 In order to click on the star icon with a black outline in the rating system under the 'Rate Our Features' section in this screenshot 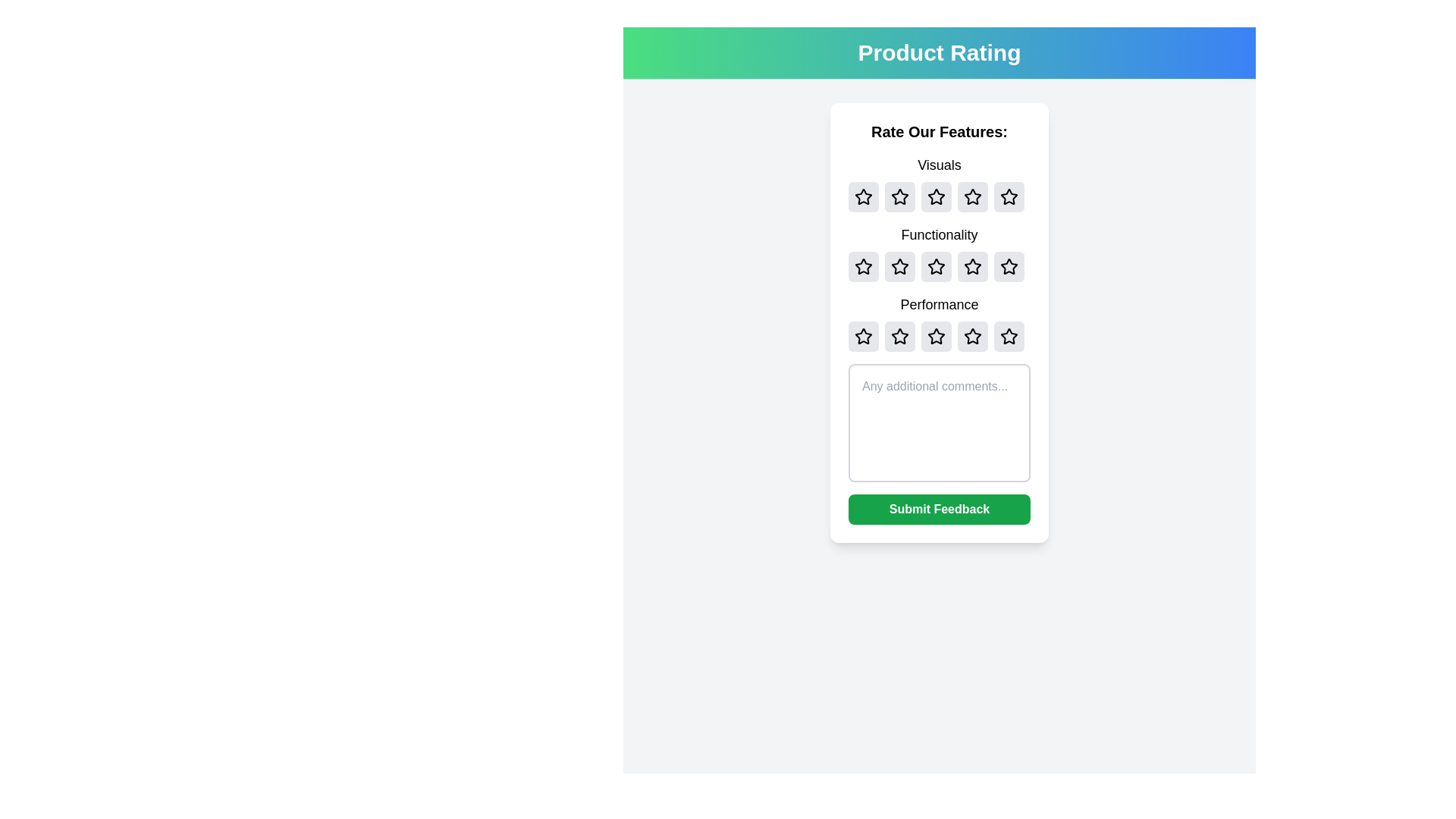, I will do `click(972, 196)`.